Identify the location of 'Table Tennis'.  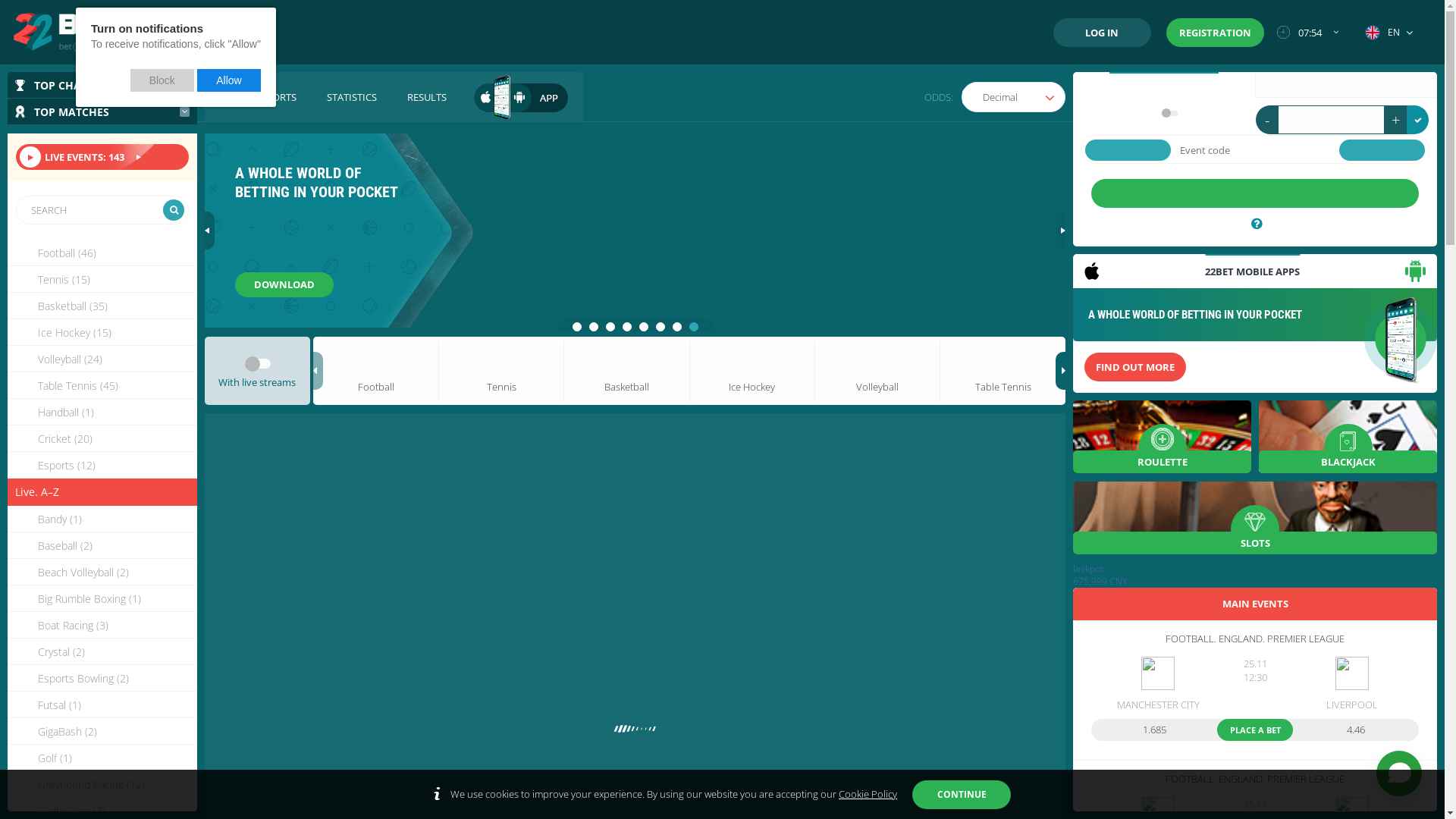
(938, 371).